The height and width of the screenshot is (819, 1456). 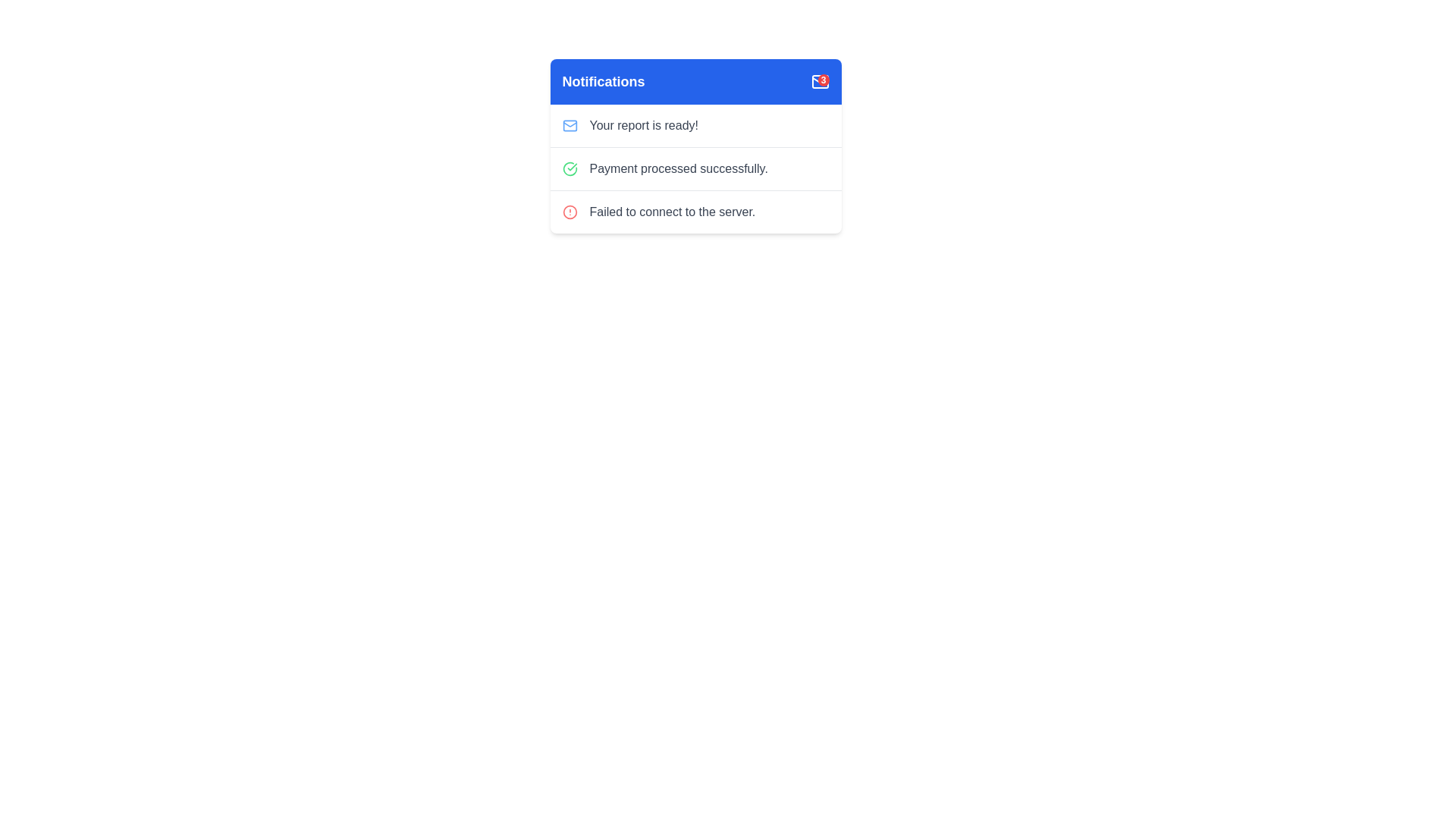 What do you see at coordinates (569, 169) in the screenshot?
I see `the green circular icon with a checkmark inside, which indicates confirmation of a successful action, located to the left of the text 'Payment processed successfully.'` at bounding box center [569, 169].